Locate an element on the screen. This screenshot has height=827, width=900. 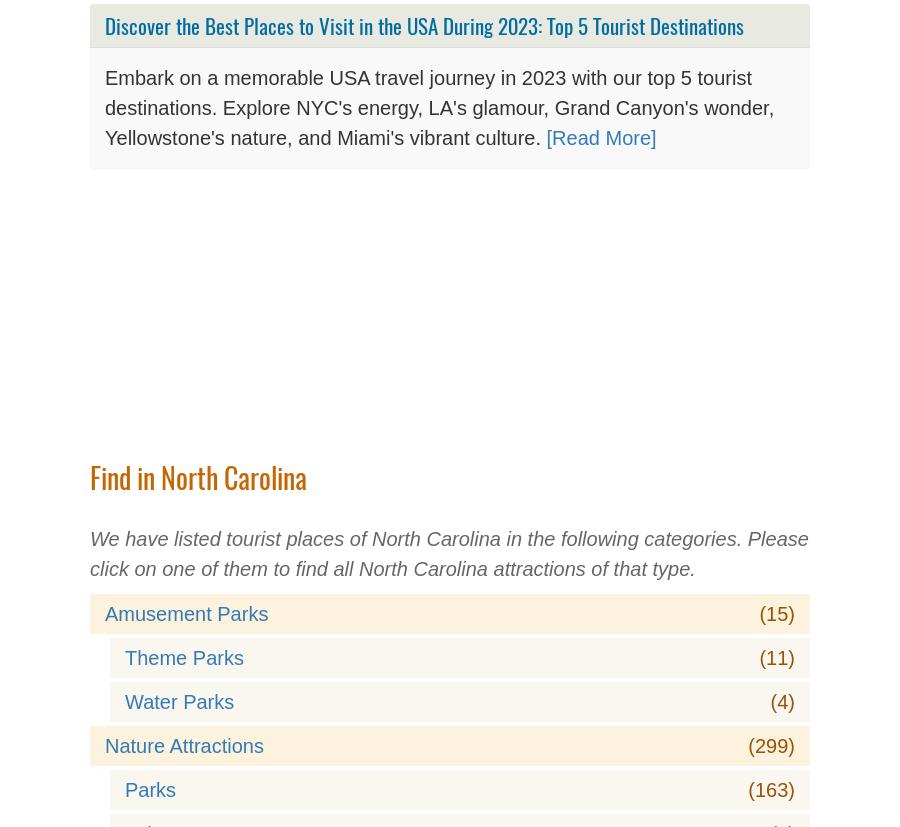
'We have listed tourist places of North Carolina in the following categories. Please click on one of them to find all North Carolina attractions of that type.' is located at coordinates (89, 553).